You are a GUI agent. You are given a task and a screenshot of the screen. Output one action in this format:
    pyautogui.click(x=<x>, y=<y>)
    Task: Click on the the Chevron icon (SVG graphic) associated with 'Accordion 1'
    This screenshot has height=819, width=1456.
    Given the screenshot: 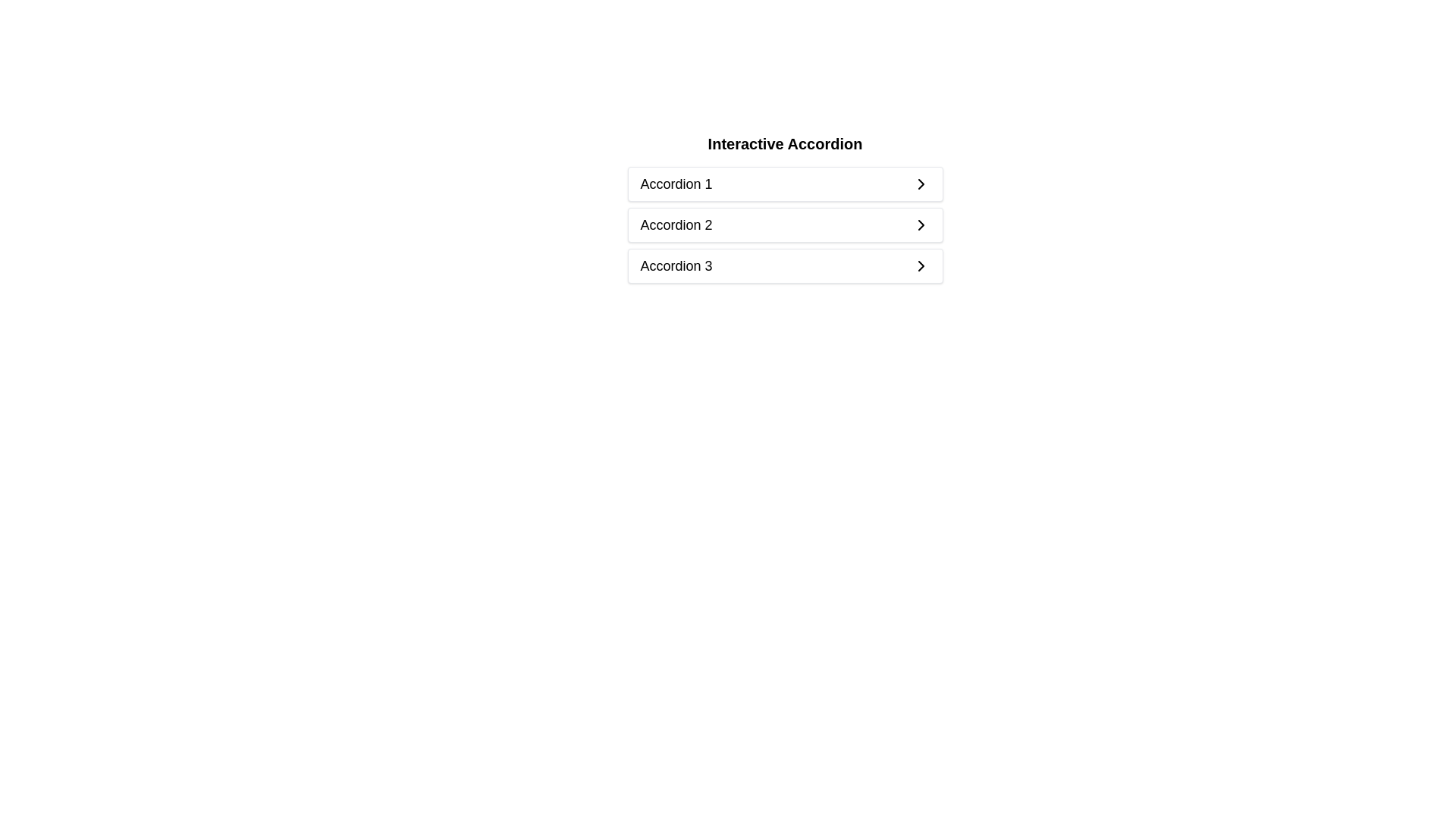 What is the action you would take?
    pyautogui.click(x=920, y=184)
    